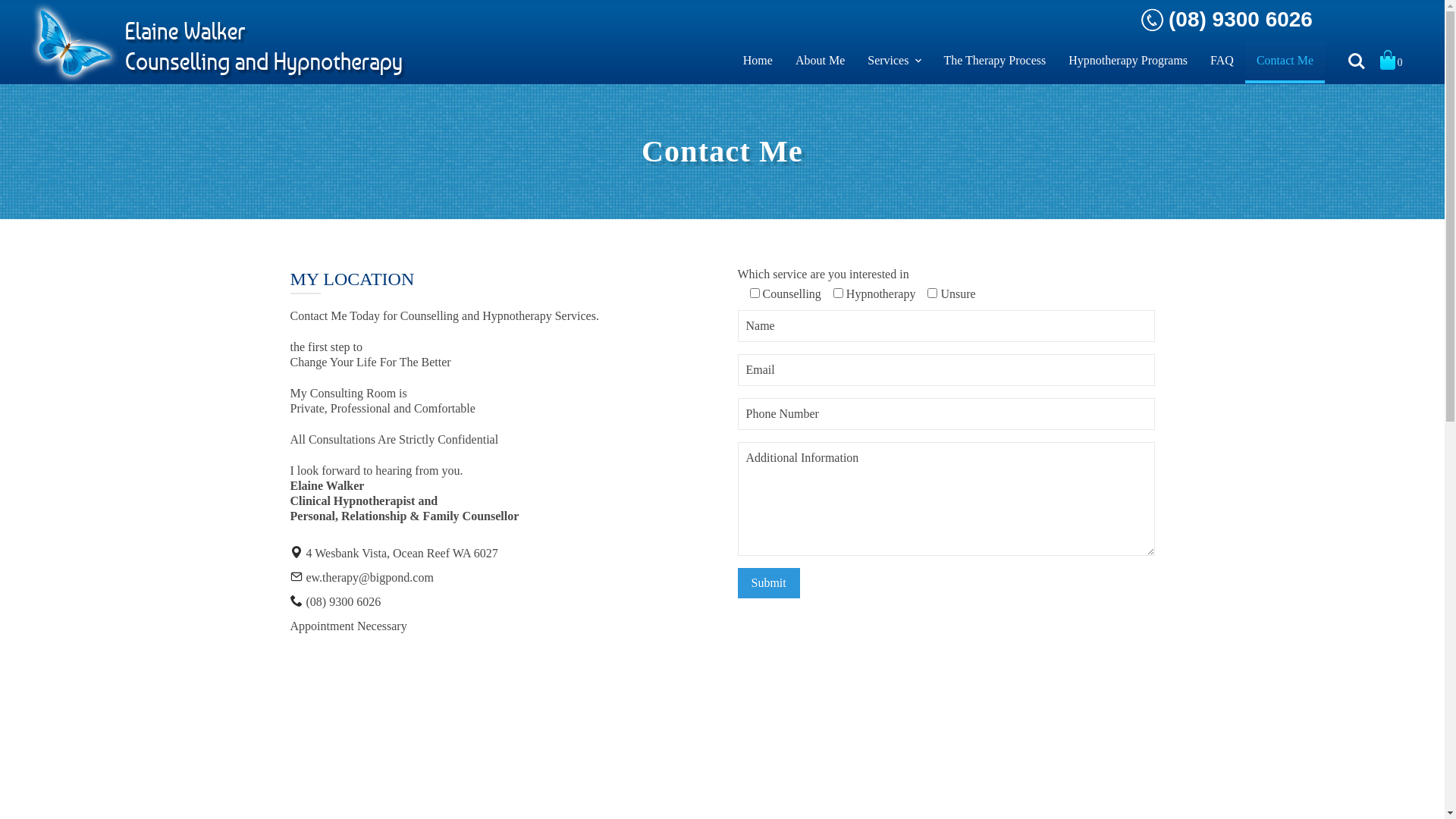 The width and height of the screenshot is (1456, 819). Describe the element at coordinates (1357, 61) in the screenshot. I see `'Search'` at that location.